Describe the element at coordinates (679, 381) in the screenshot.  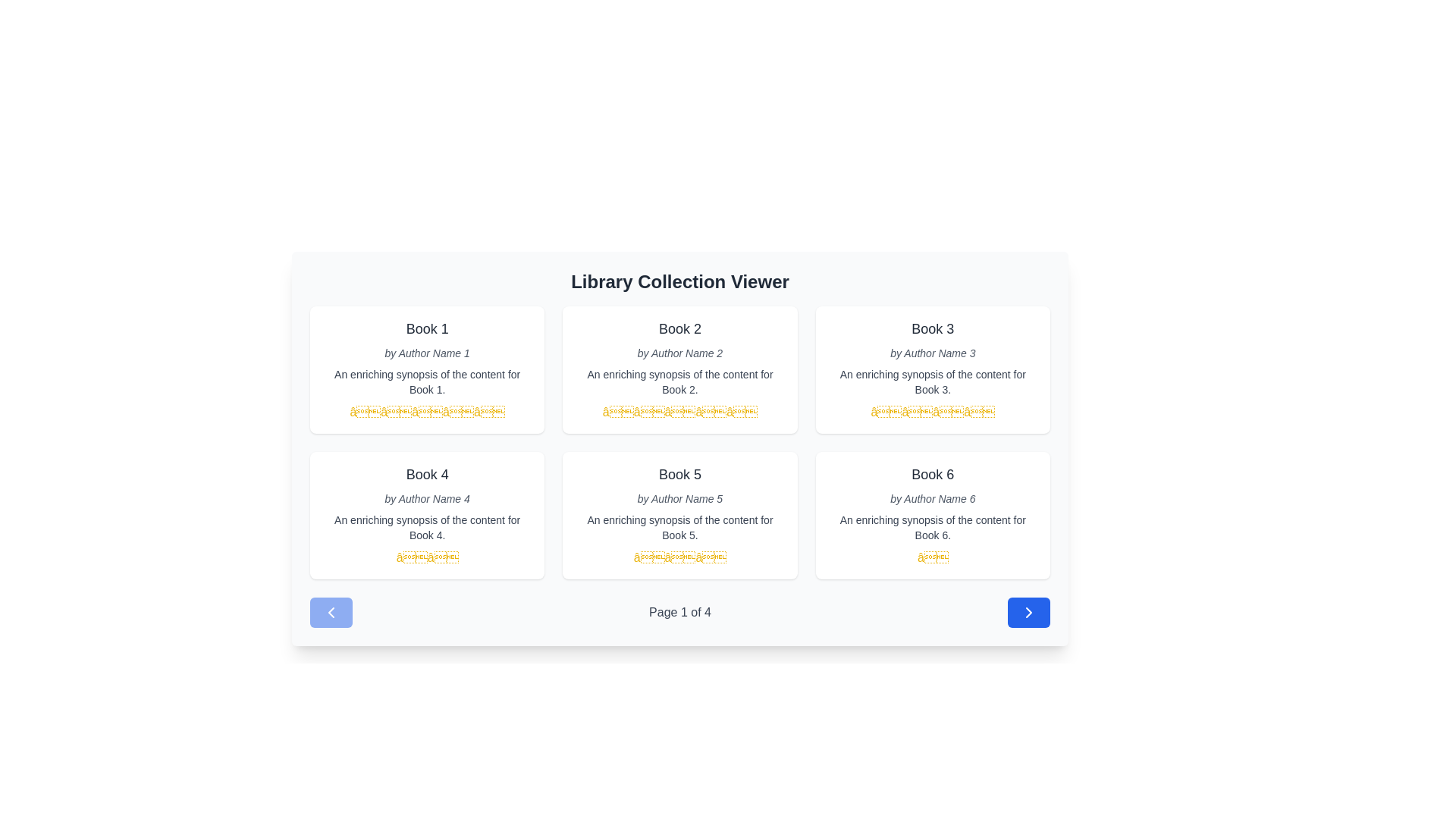
I see `the small gray text label located below the 'Book 2' title and author information in the second card of the grid layout` at that location.